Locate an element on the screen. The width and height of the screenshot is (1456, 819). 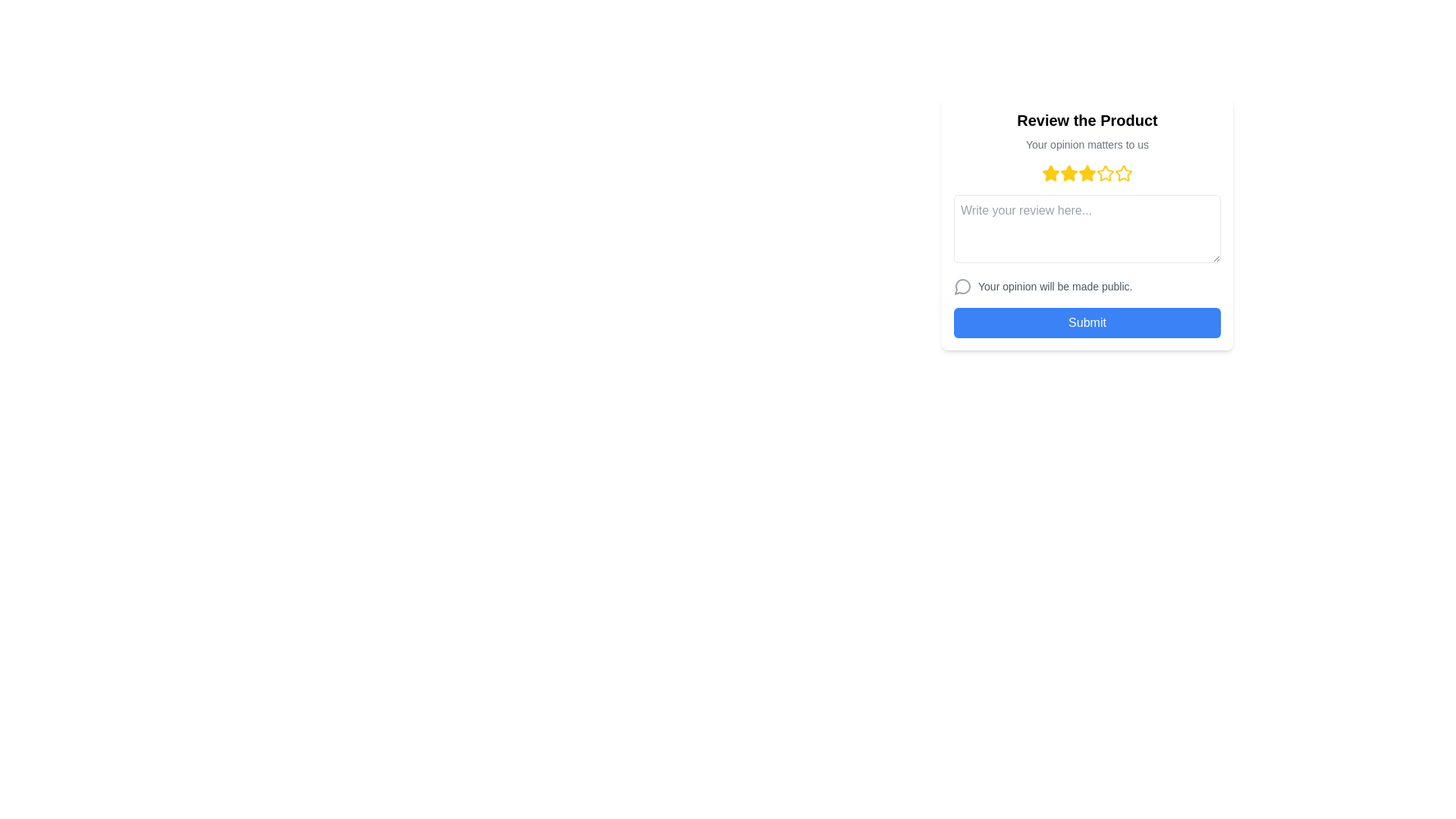
the fifth star icon in the rating system is located at coordinates (1124, 172).